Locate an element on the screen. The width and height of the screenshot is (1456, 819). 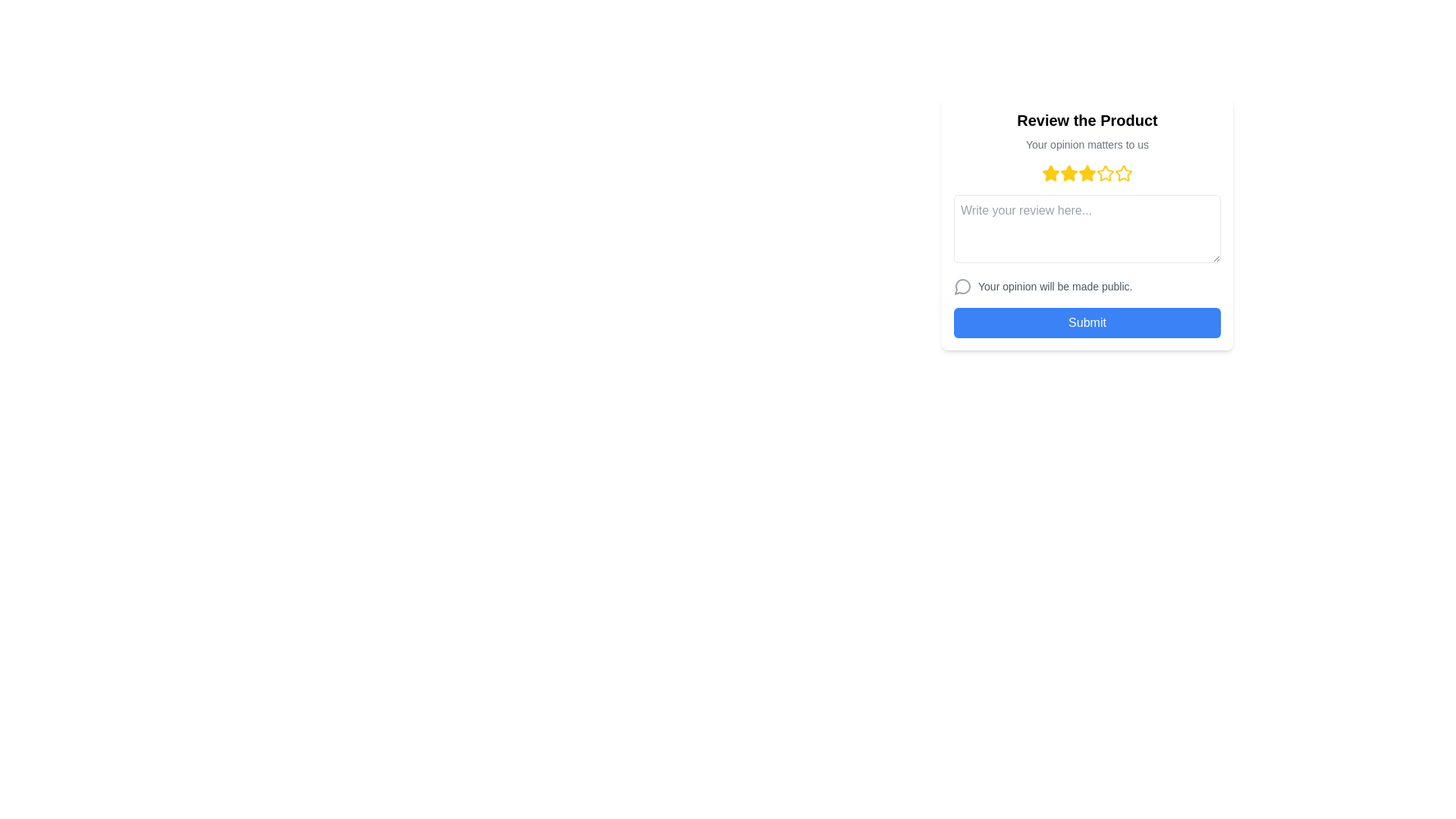
the fifth star icon in the rating system is located at coordinates (1124, 172).